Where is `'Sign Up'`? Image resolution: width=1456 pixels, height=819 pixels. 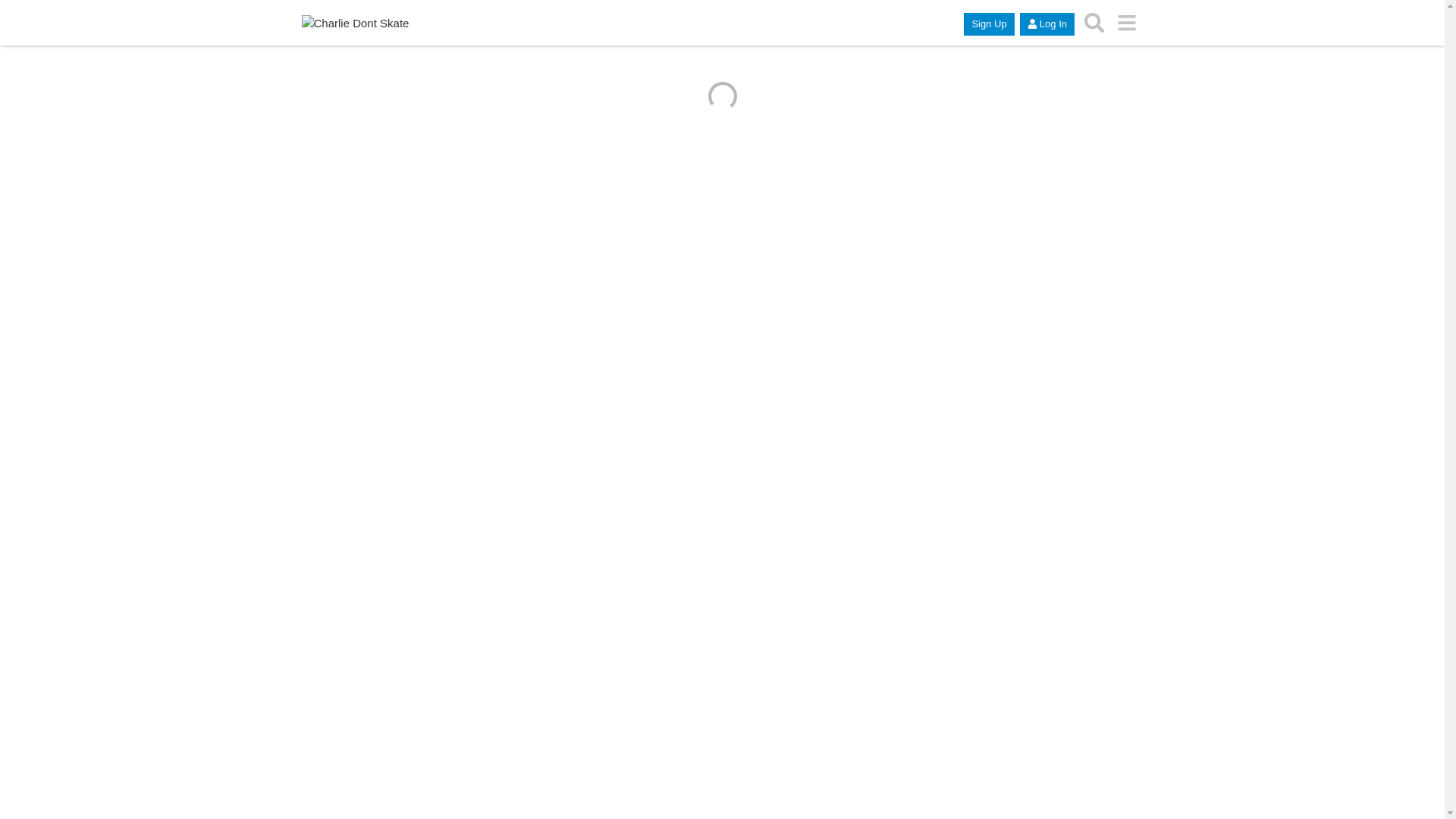
'Sign Up' is located at coordinates (989, 23).